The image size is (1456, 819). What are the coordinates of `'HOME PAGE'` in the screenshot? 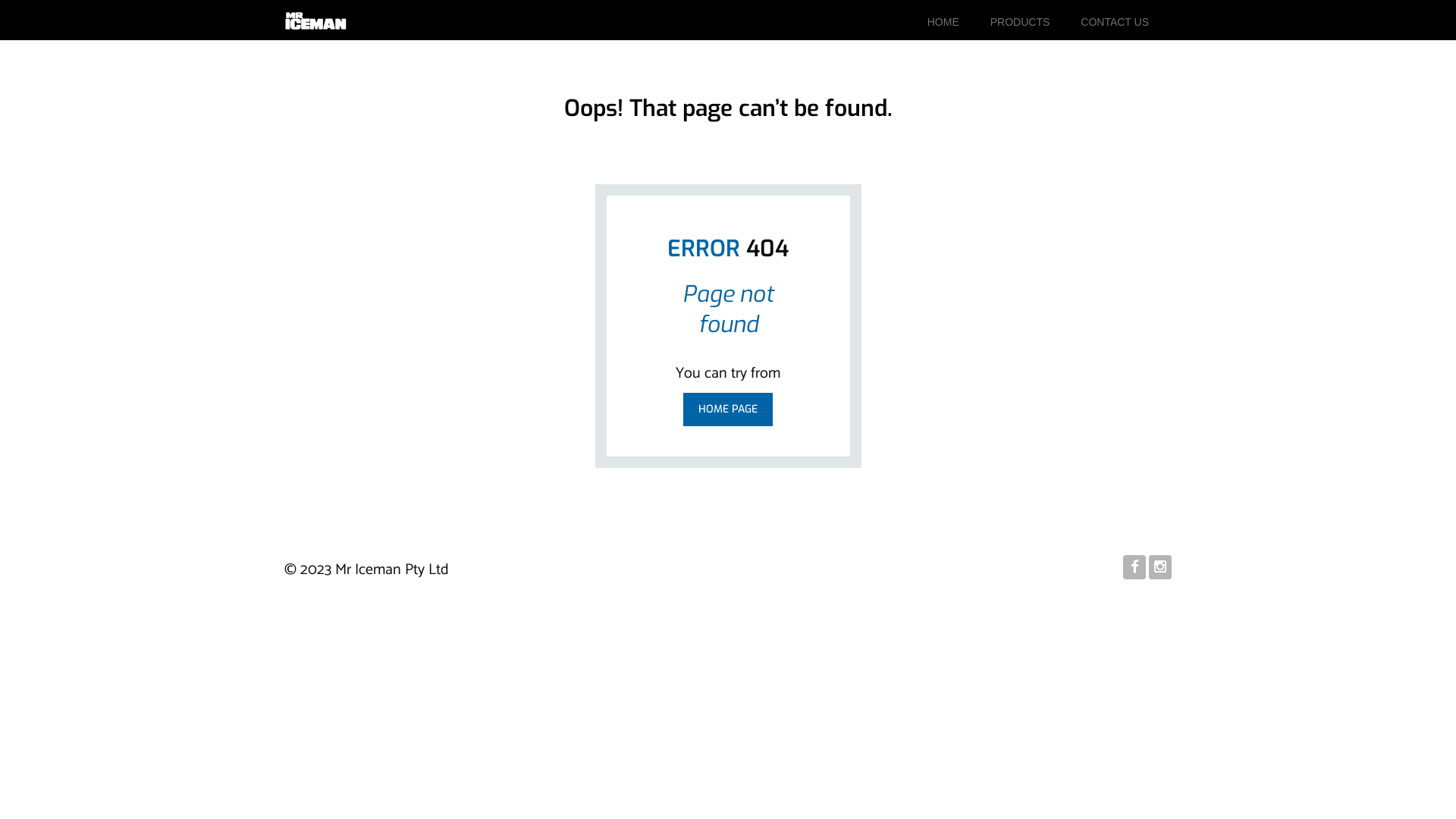 It's located at (682, 409).